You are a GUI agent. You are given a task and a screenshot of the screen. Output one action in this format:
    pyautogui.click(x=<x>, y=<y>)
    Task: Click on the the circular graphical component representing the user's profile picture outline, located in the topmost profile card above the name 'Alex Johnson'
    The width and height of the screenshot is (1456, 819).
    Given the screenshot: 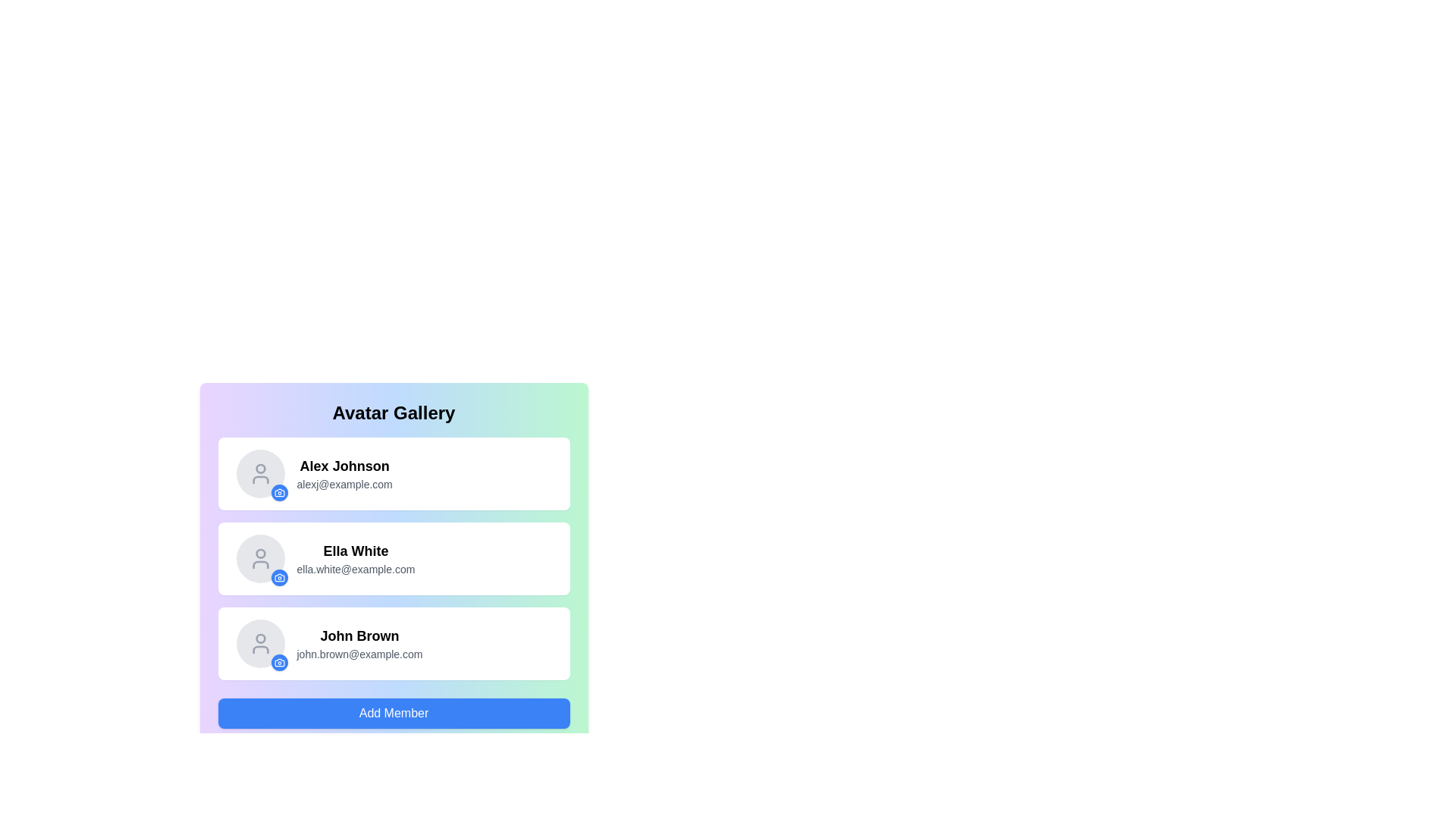 What is the action you would take?
    pyautogui.click(x=260, y=468)
    